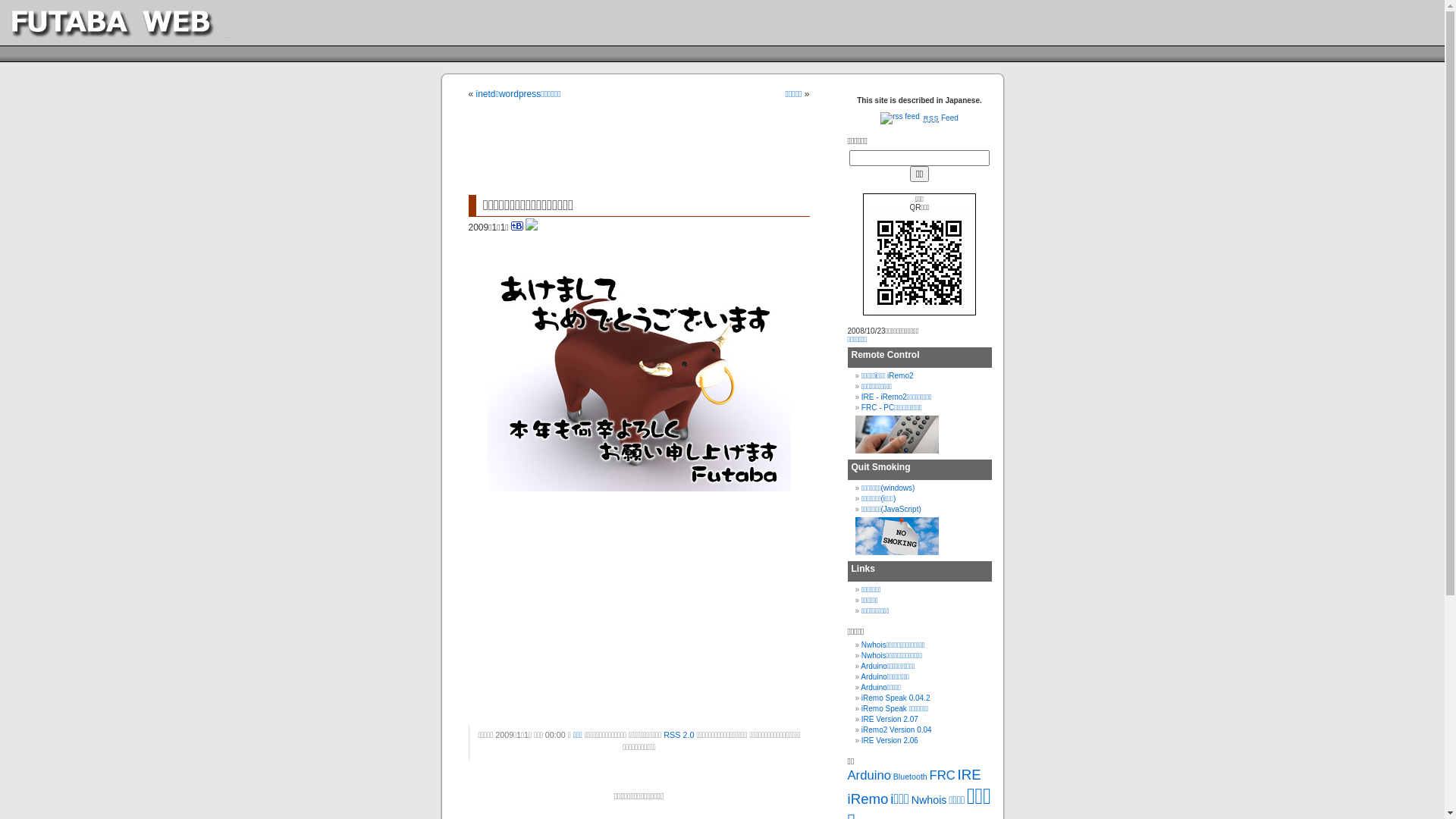 Image resolution: width=1456 pixels, height=819 pixels. What do you see at coordinates (968, 774) in the screenshot?
I see `'IRE'` at bounding box center [968, 774].